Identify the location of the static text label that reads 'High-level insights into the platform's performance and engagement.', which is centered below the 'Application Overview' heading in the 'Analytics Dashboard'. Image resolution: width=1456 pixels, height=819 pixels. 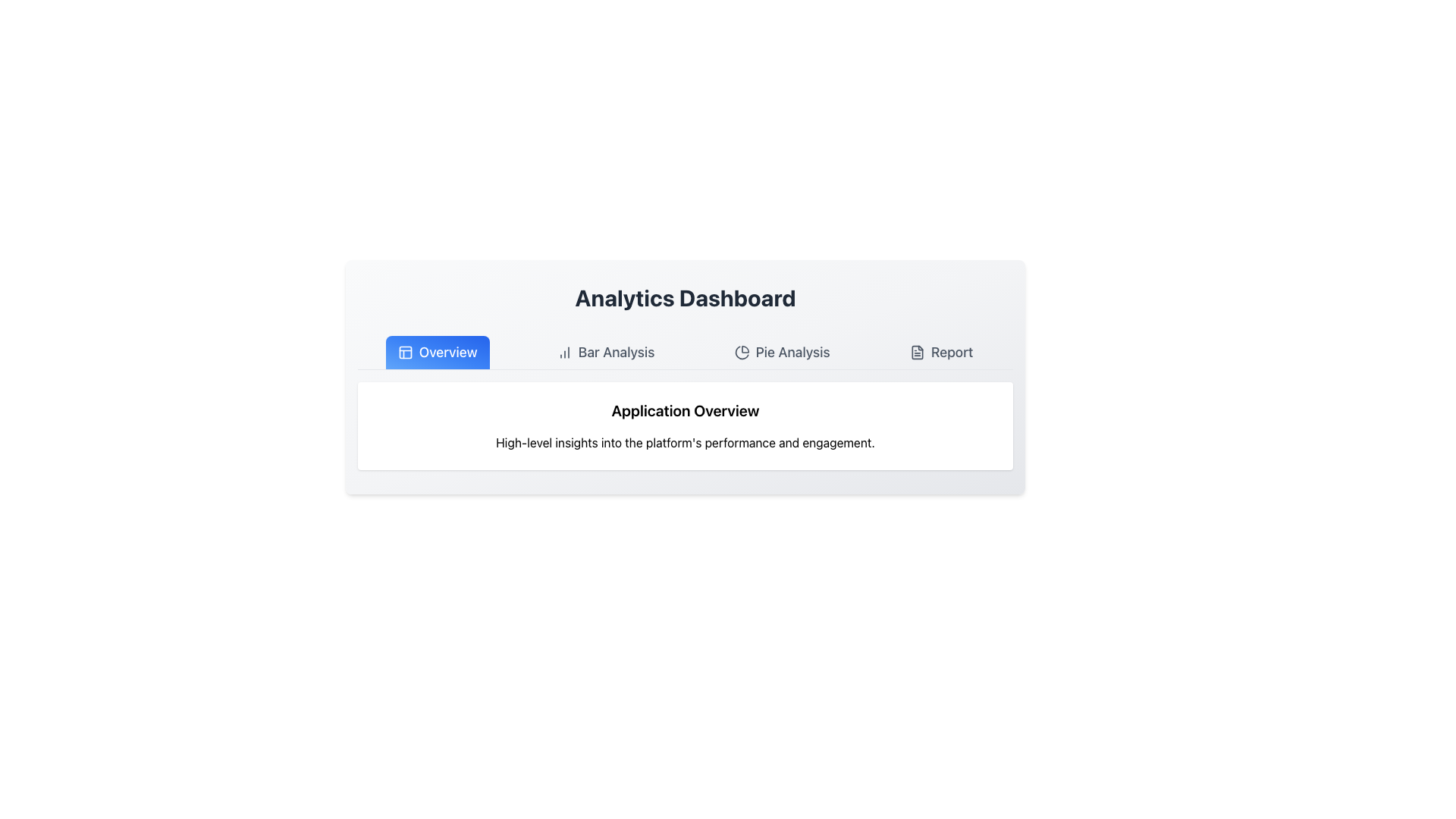
(684, 442).